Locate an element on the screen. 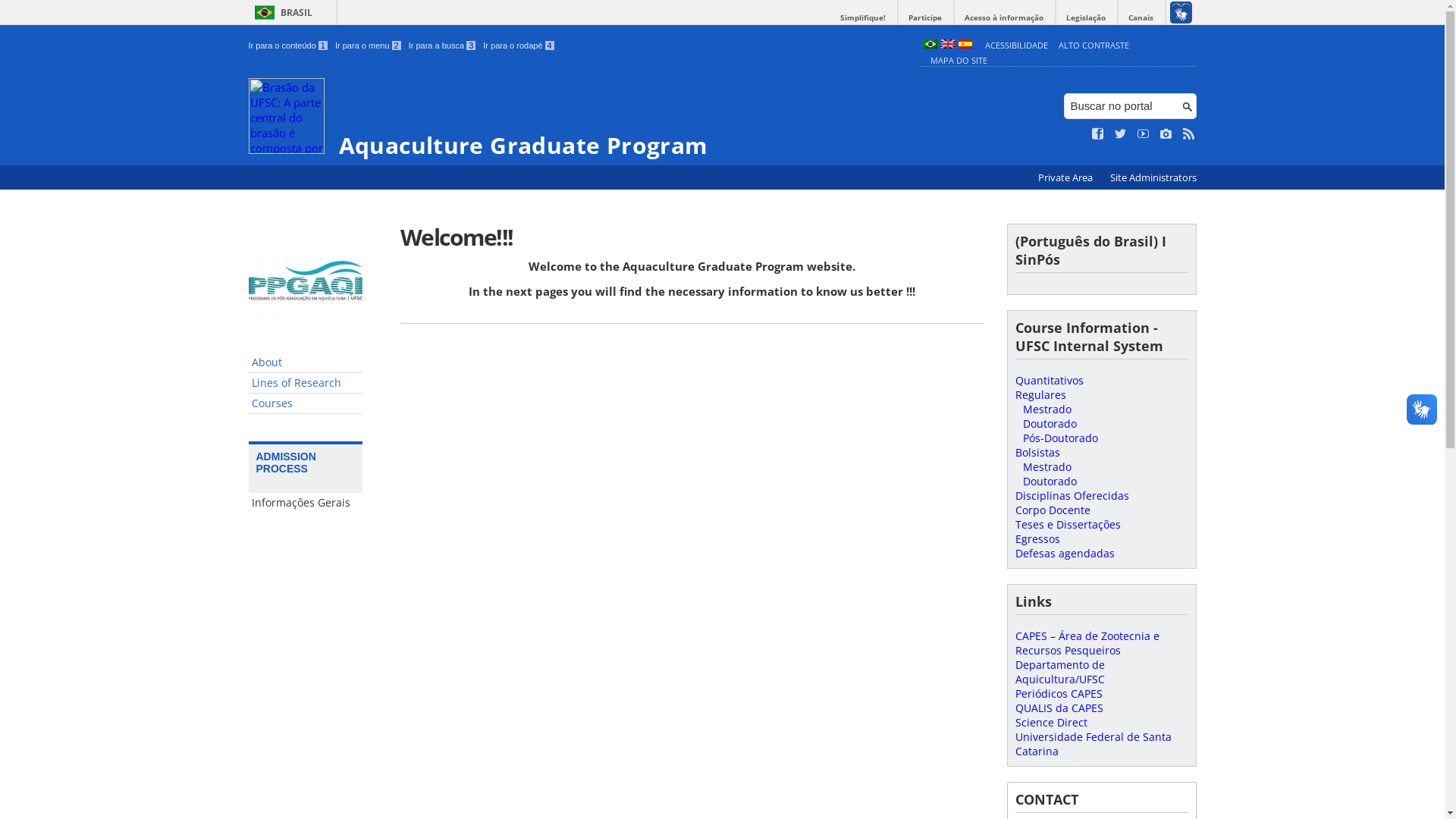 This screenshot has height=819, width=1456. 'ACESSIBILIDADE' is located at coordinates (1016, 44).